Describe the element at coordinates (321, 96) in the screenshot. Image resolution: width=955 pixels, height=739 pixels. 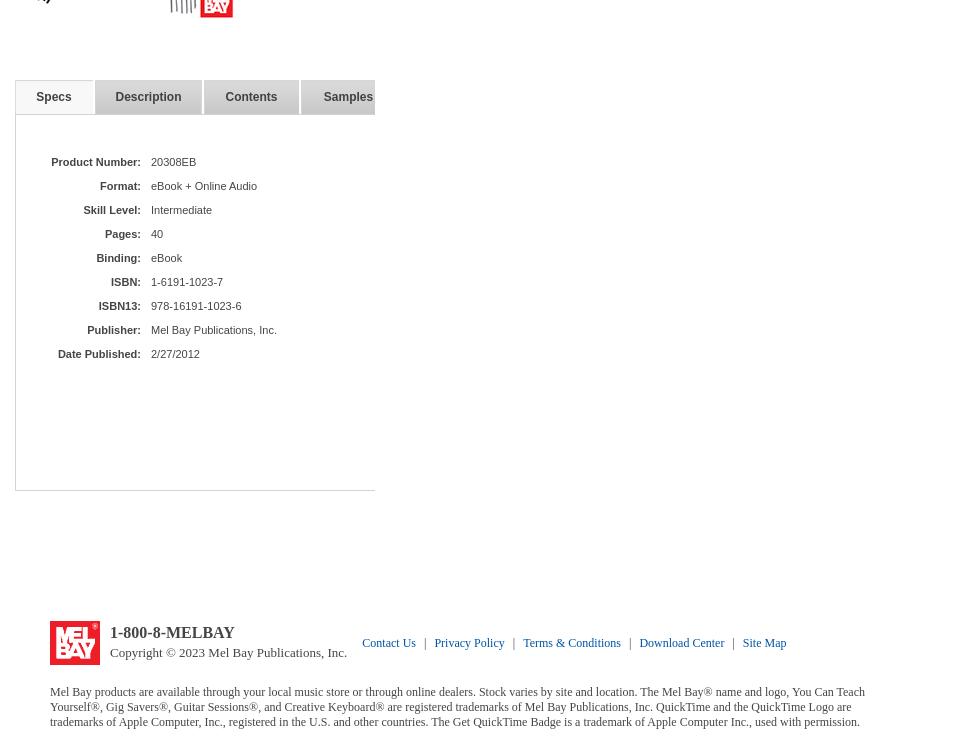
I see `'Samples'` at that location.